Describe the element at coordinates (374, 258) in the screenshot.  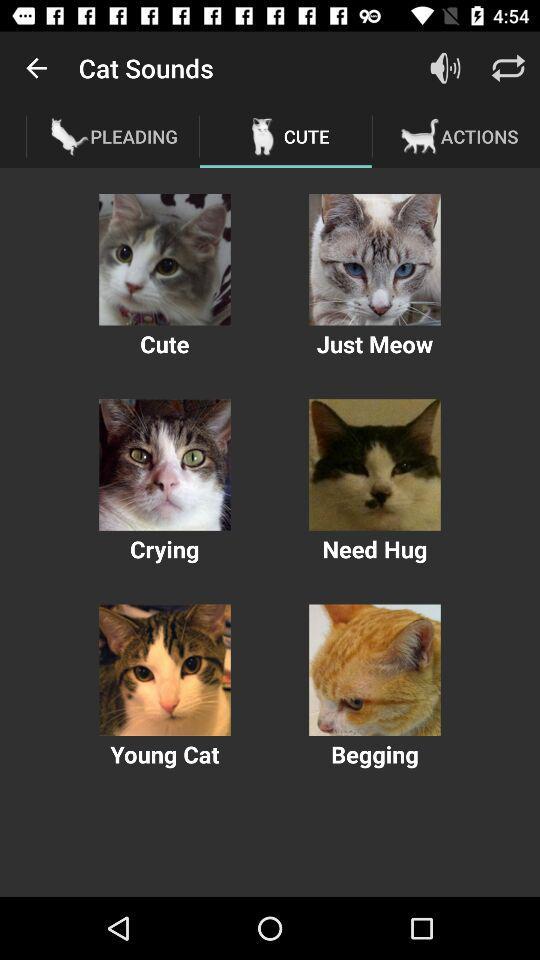
I see `cat photo` at that location.